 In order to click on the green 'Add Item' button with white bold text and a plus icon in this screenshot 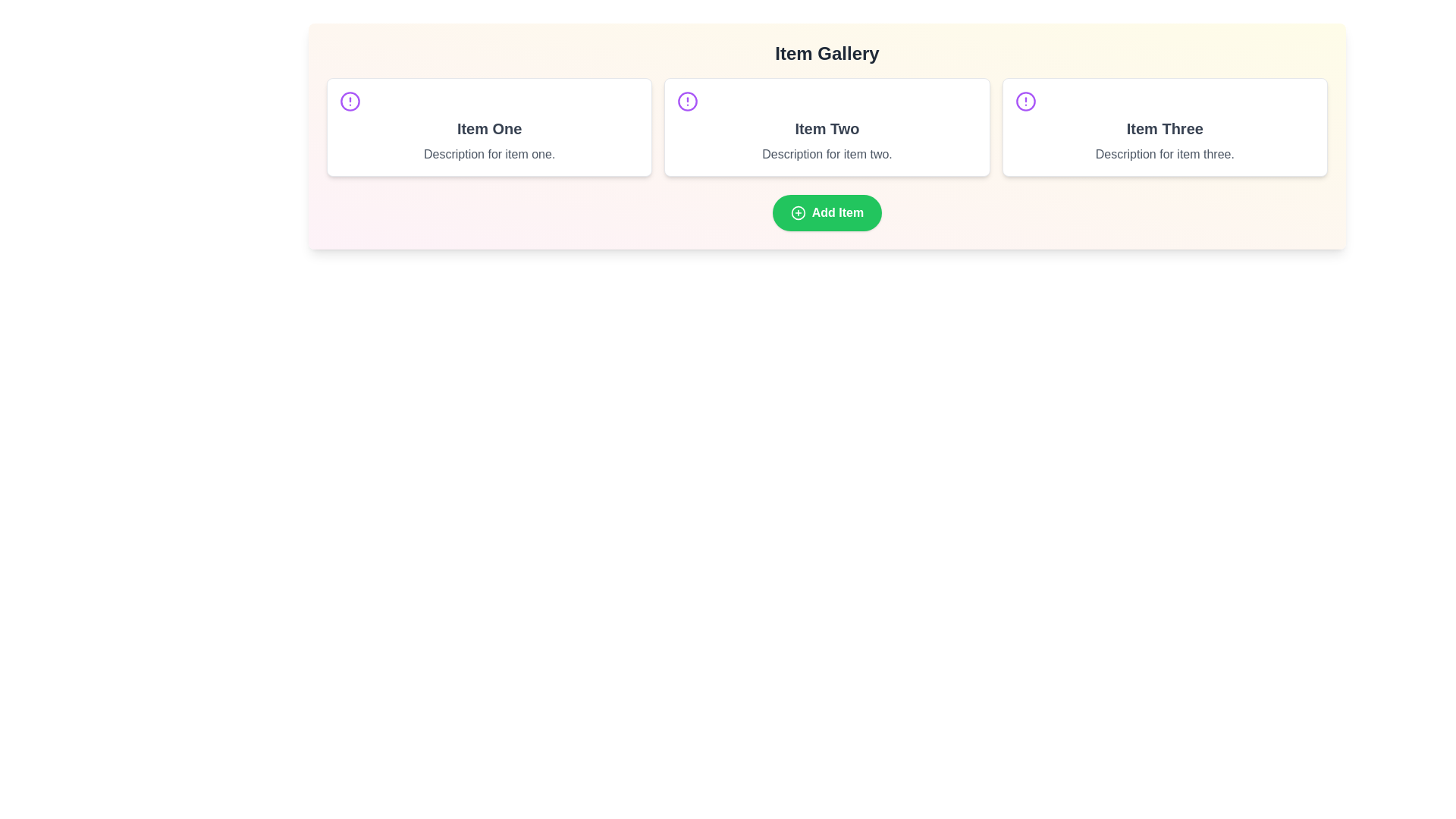, I will do `click(826, 213)`.